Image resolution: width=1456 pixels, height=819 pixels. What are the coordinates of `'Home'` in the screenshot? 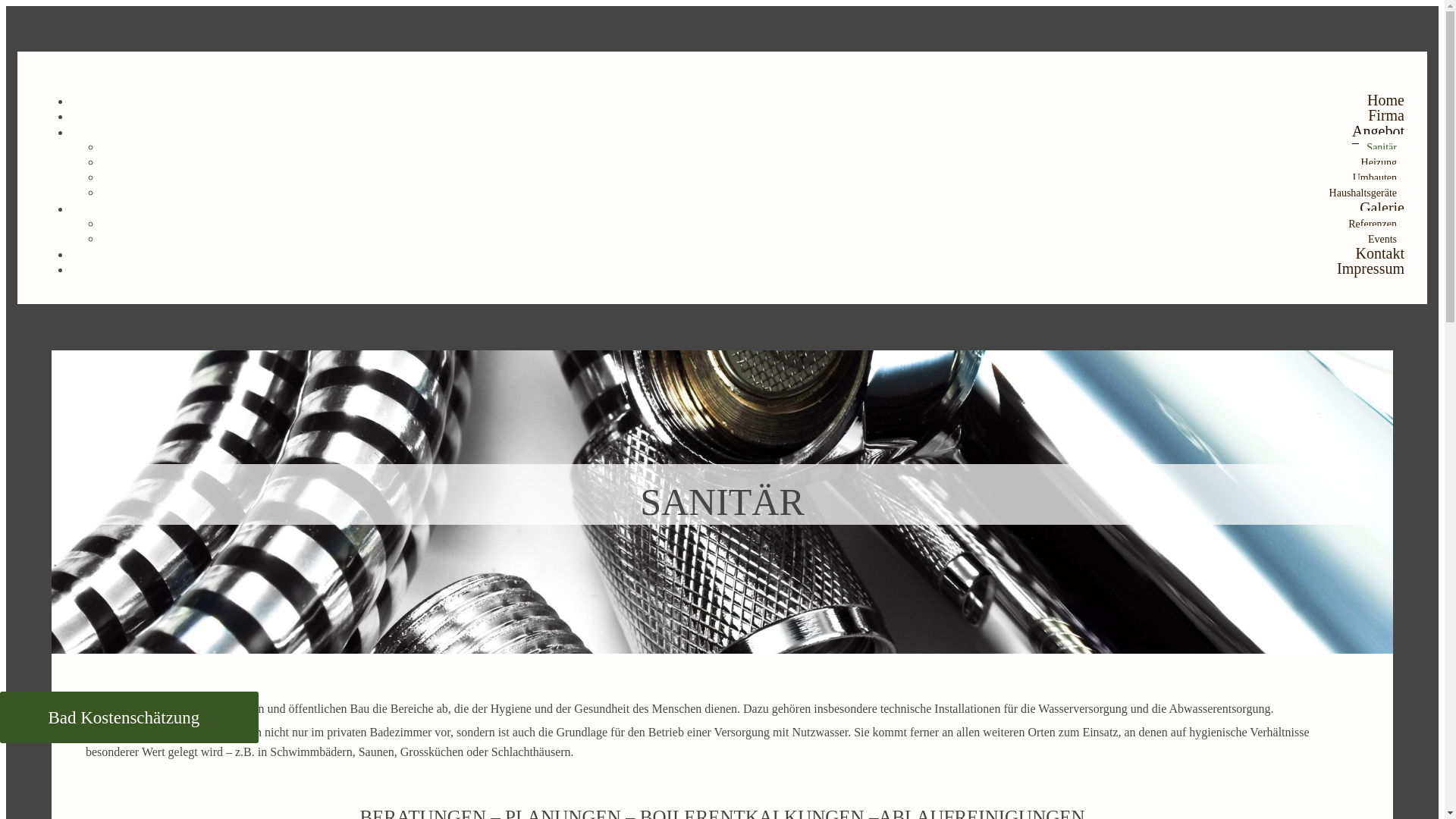 It's located at (1367, 100).